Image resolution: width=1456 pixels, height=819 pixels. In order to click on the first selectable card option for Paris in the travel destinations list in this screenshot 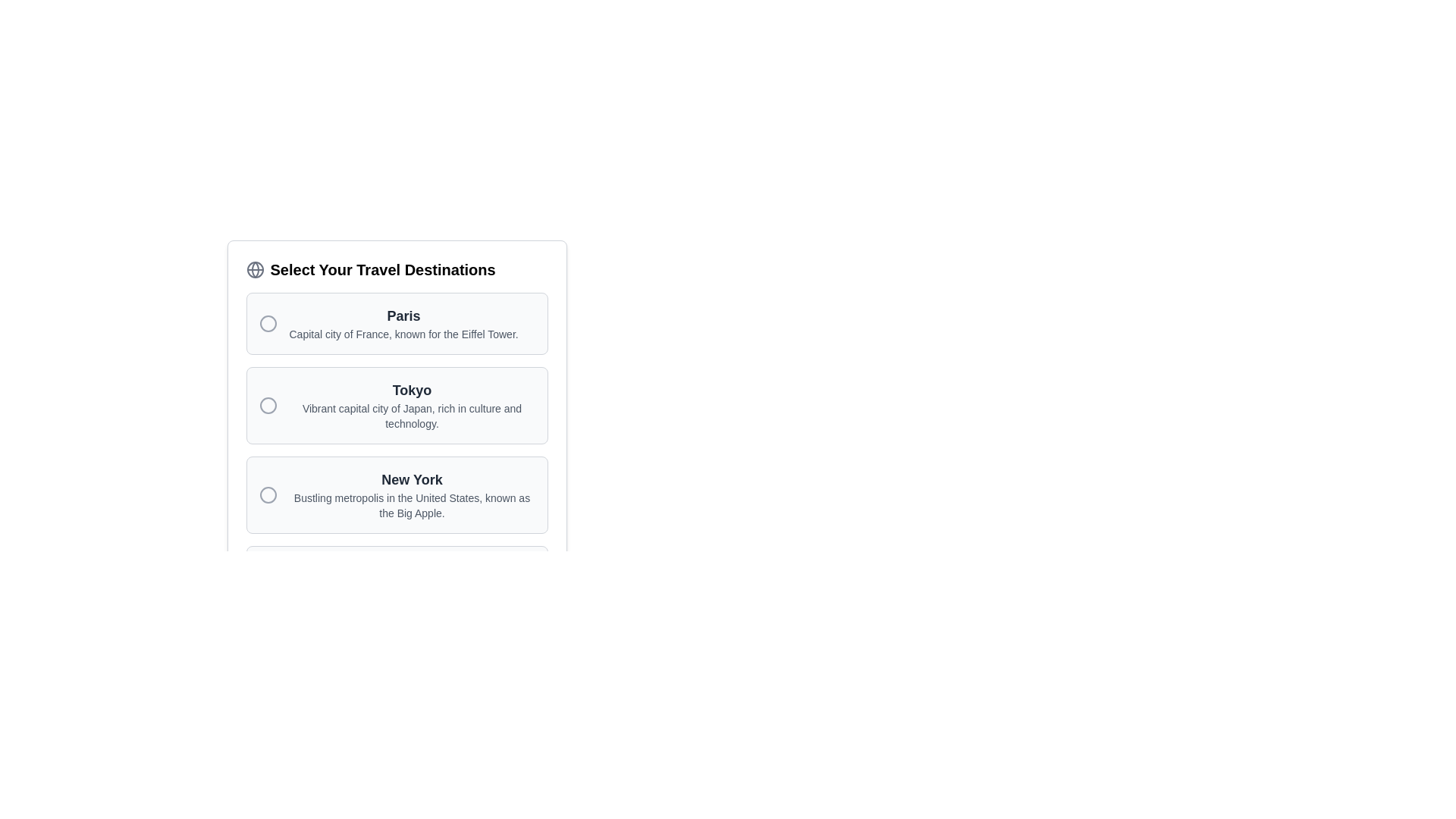, I will do `click(397, 323)`.